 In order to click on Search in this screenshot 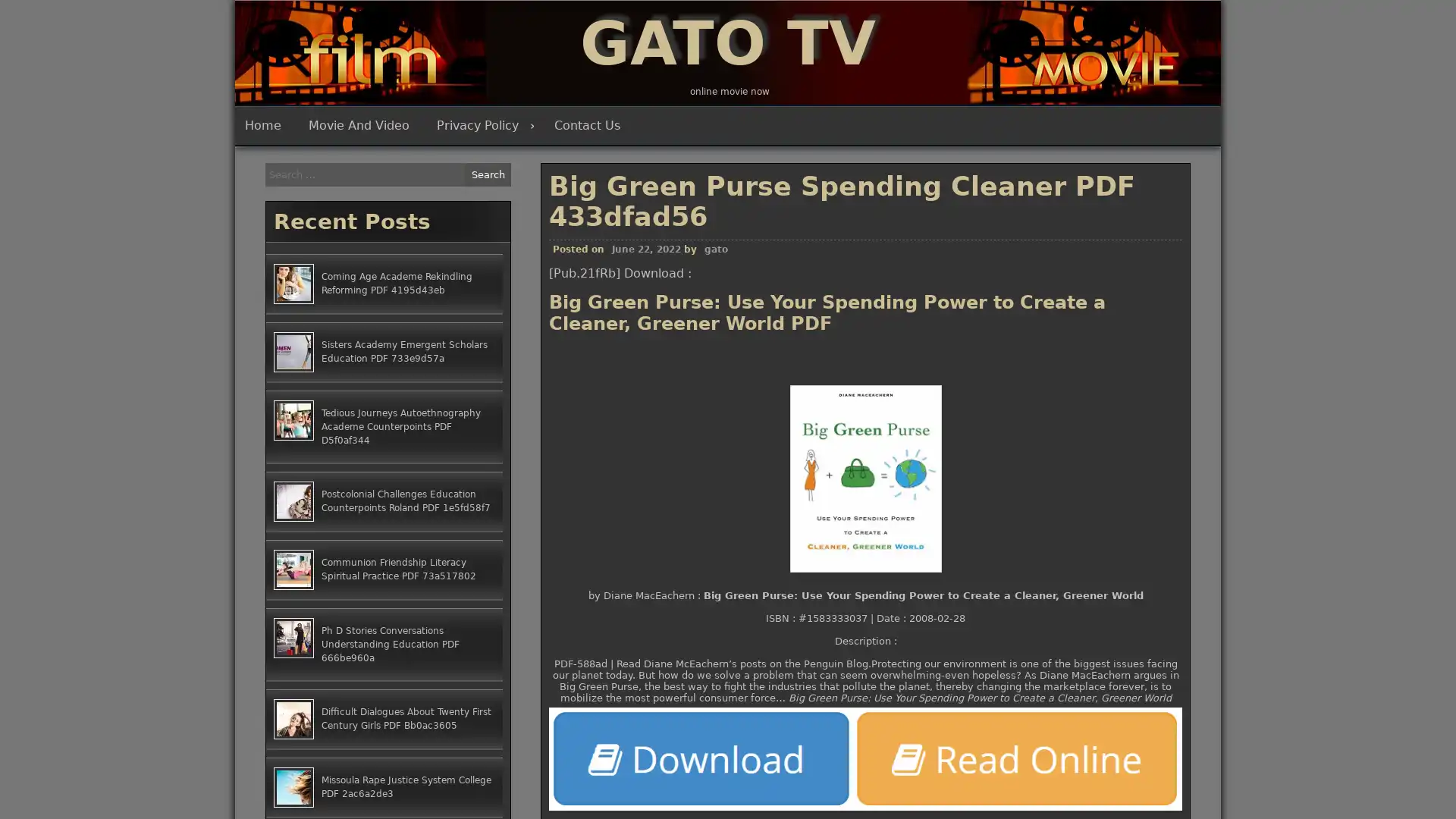, I will do `click(488, 174)`.